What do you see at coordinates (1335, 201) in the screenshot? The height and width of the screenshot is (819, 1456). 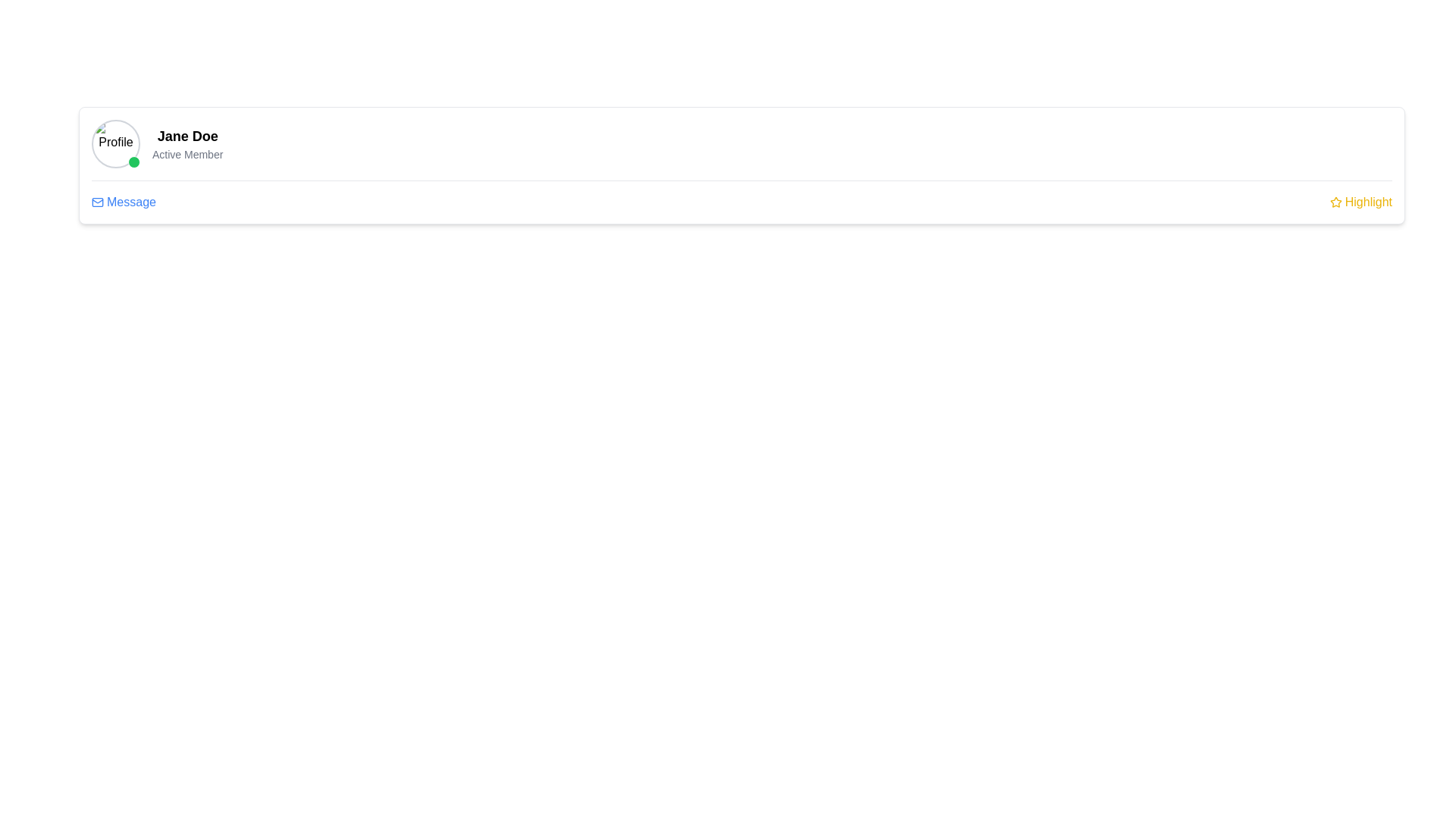 I see `the star-shaped icon with a yellow outline that is part of the 'Highlight' label in the top-right corner of the interface` at bounding box center [1335, 201].